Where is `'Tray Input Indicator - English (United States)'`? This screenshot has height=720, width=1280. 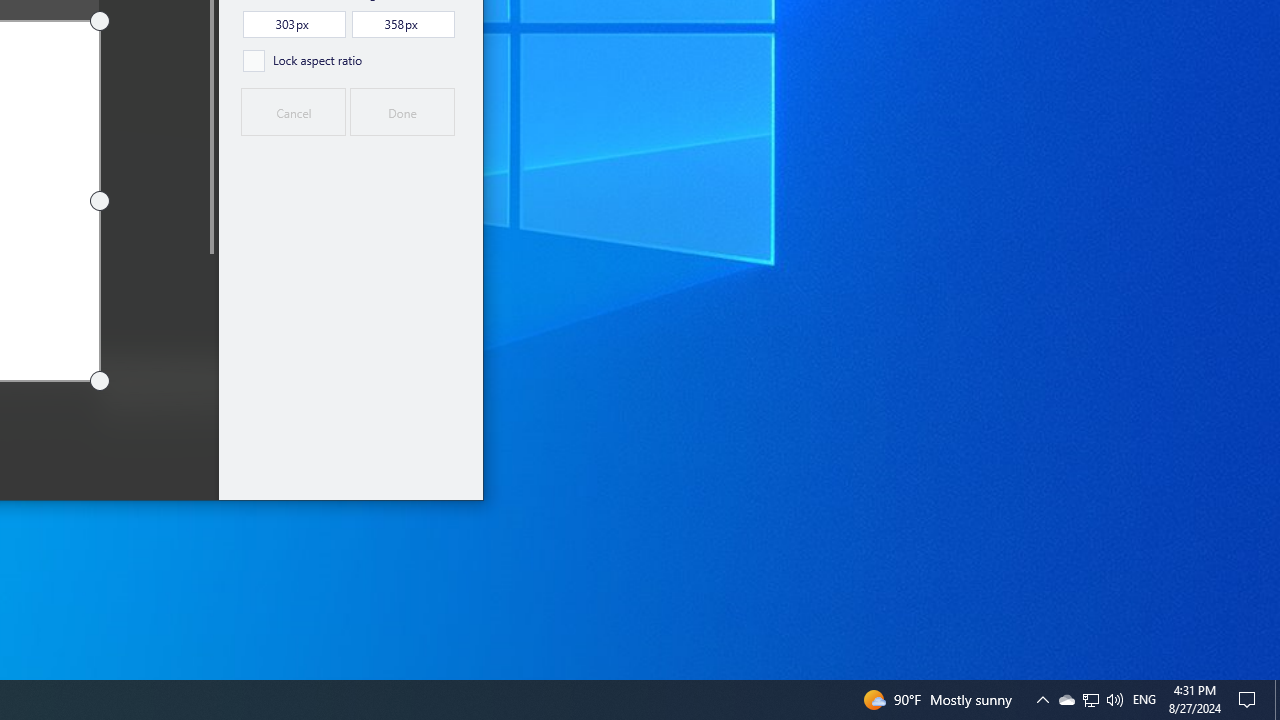 'Tray Input Indicator - English (United States)' is located at coordinates (1144, 698).